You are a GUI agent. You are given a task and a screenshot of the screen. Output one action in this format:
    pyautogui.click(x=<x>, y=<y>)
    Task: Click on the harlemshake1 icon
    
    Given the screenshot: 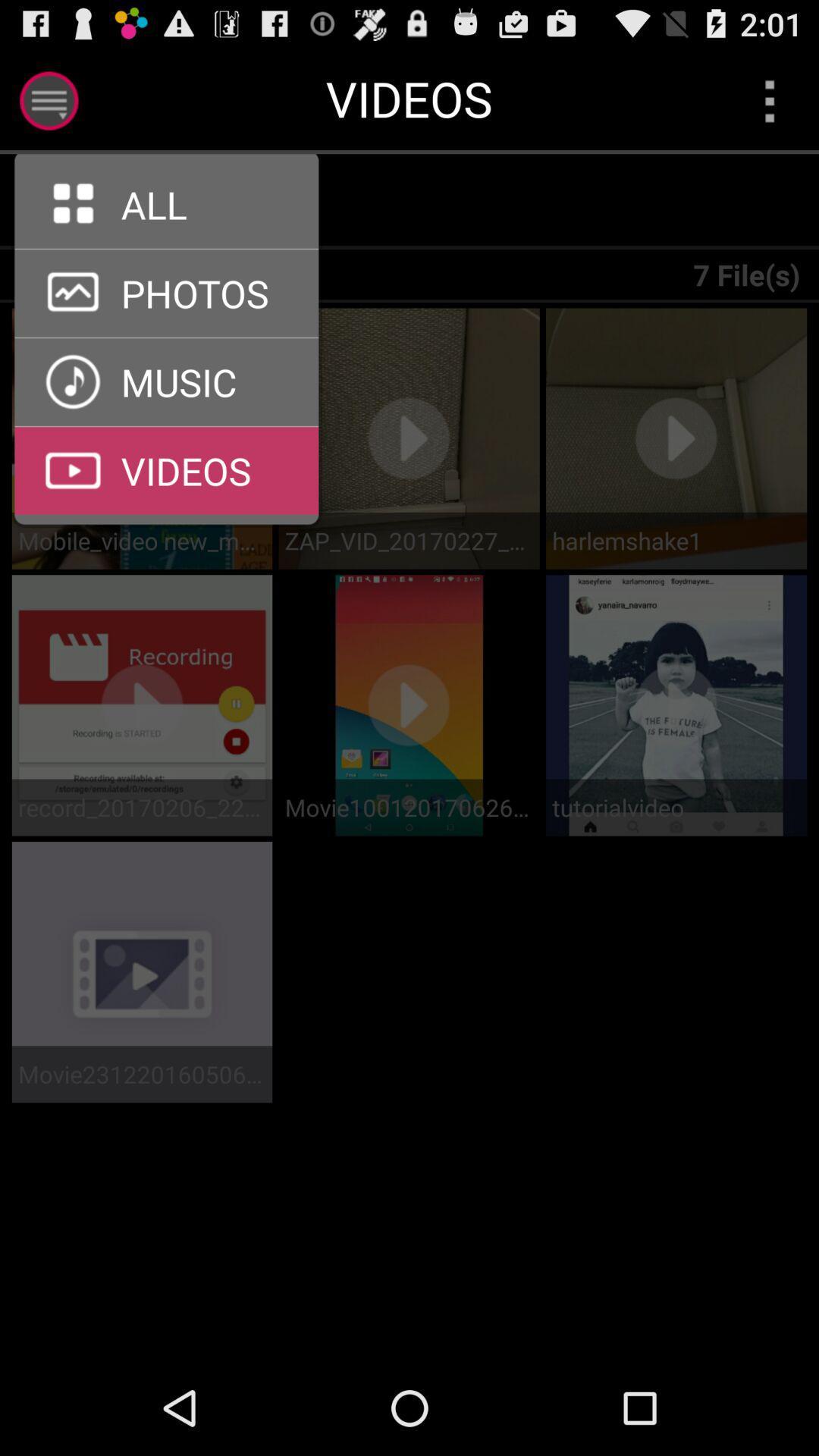 What is the action you would take?
    pyautogui.click(x=676, y=541)
    